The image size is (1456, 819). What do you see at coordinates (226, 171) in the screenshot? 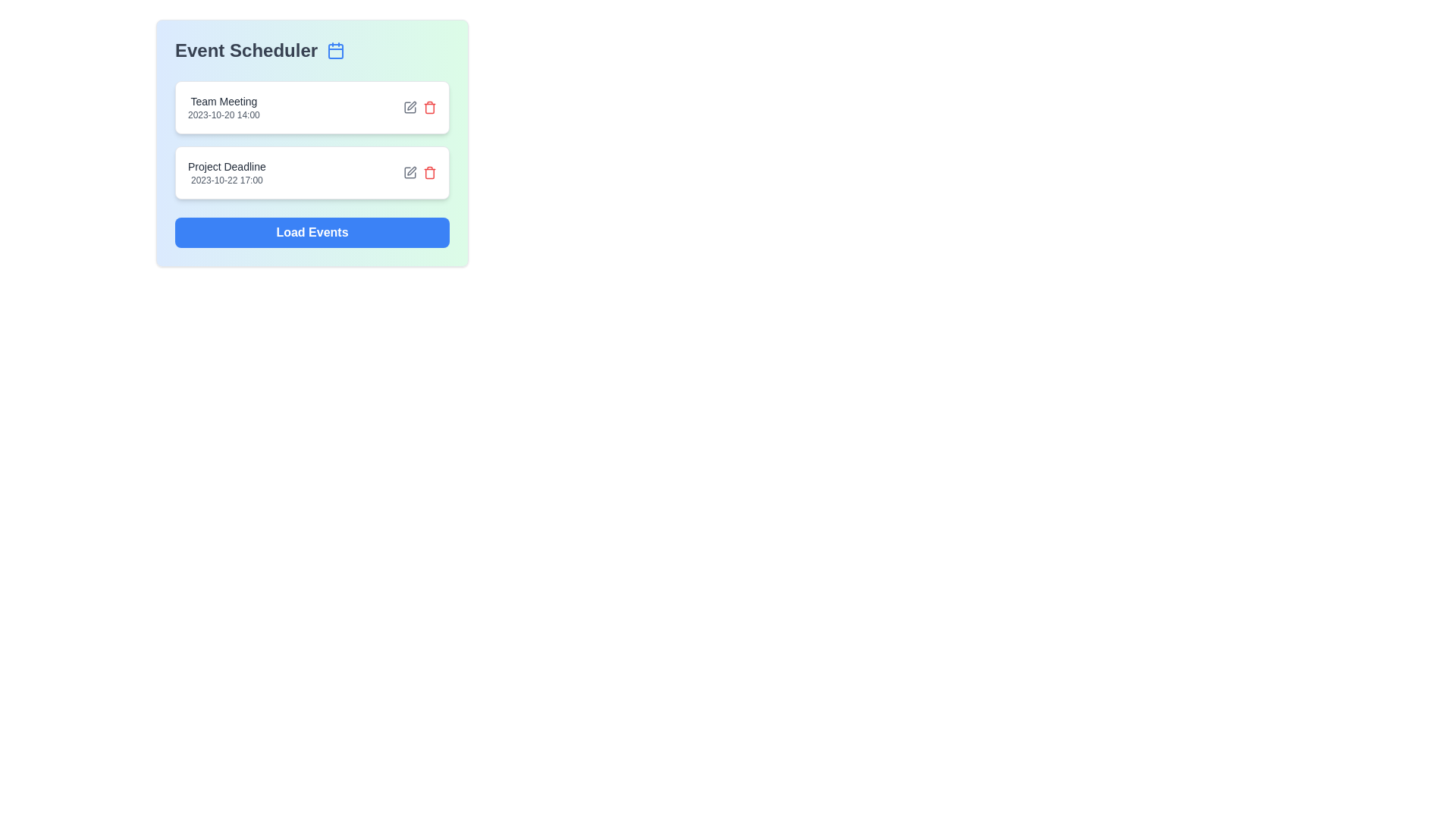
I see `information displayed in the 'Project Deadline' text label, which shows the event title and its scheduled time. This label is located within a card layout, below the 'Team Meeting' entry` at bounding box center [226, 171].